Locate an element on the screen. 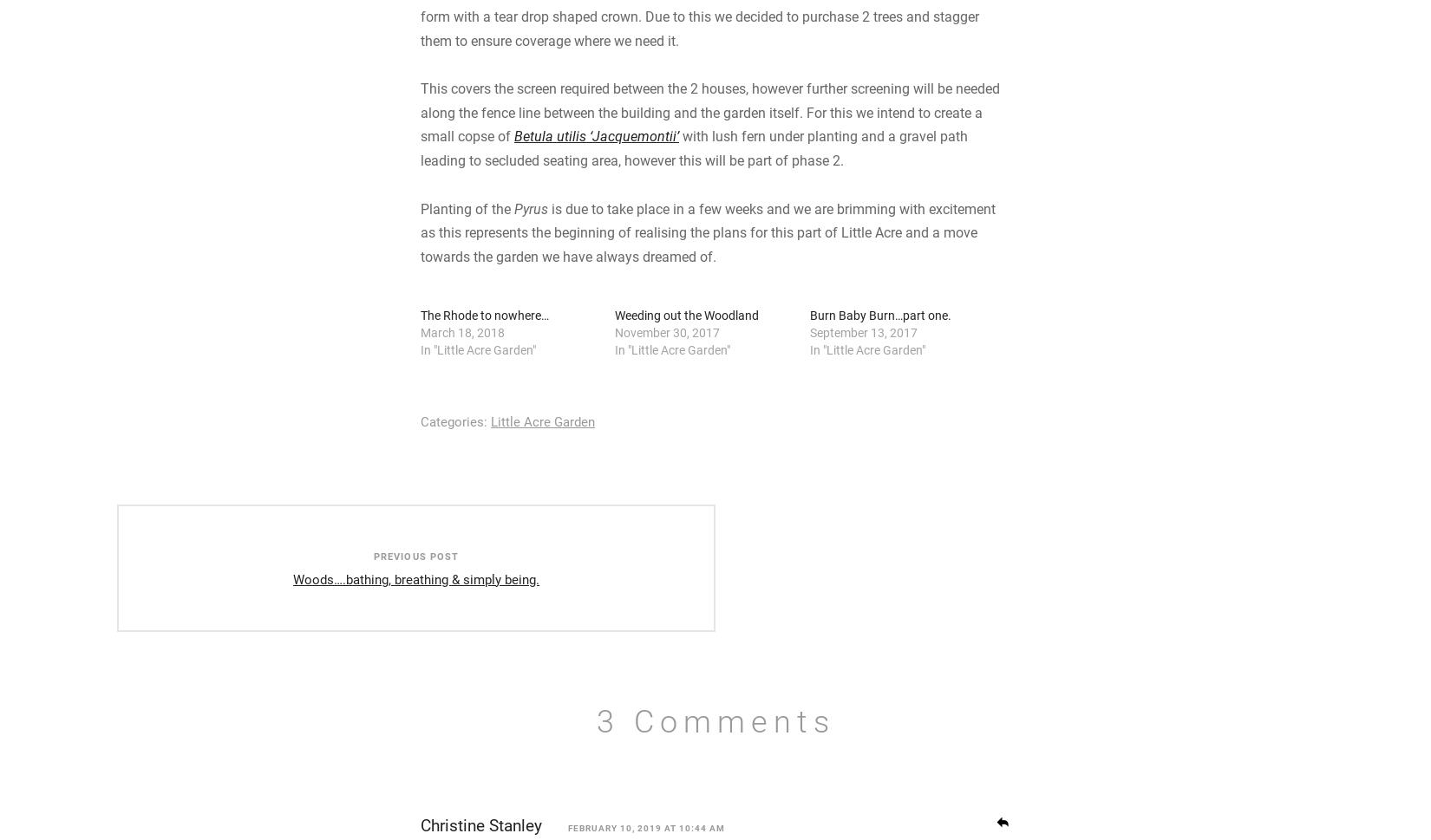  'Betula utilis ‘Jacquemontii’' is located at coordinates (596, 277).